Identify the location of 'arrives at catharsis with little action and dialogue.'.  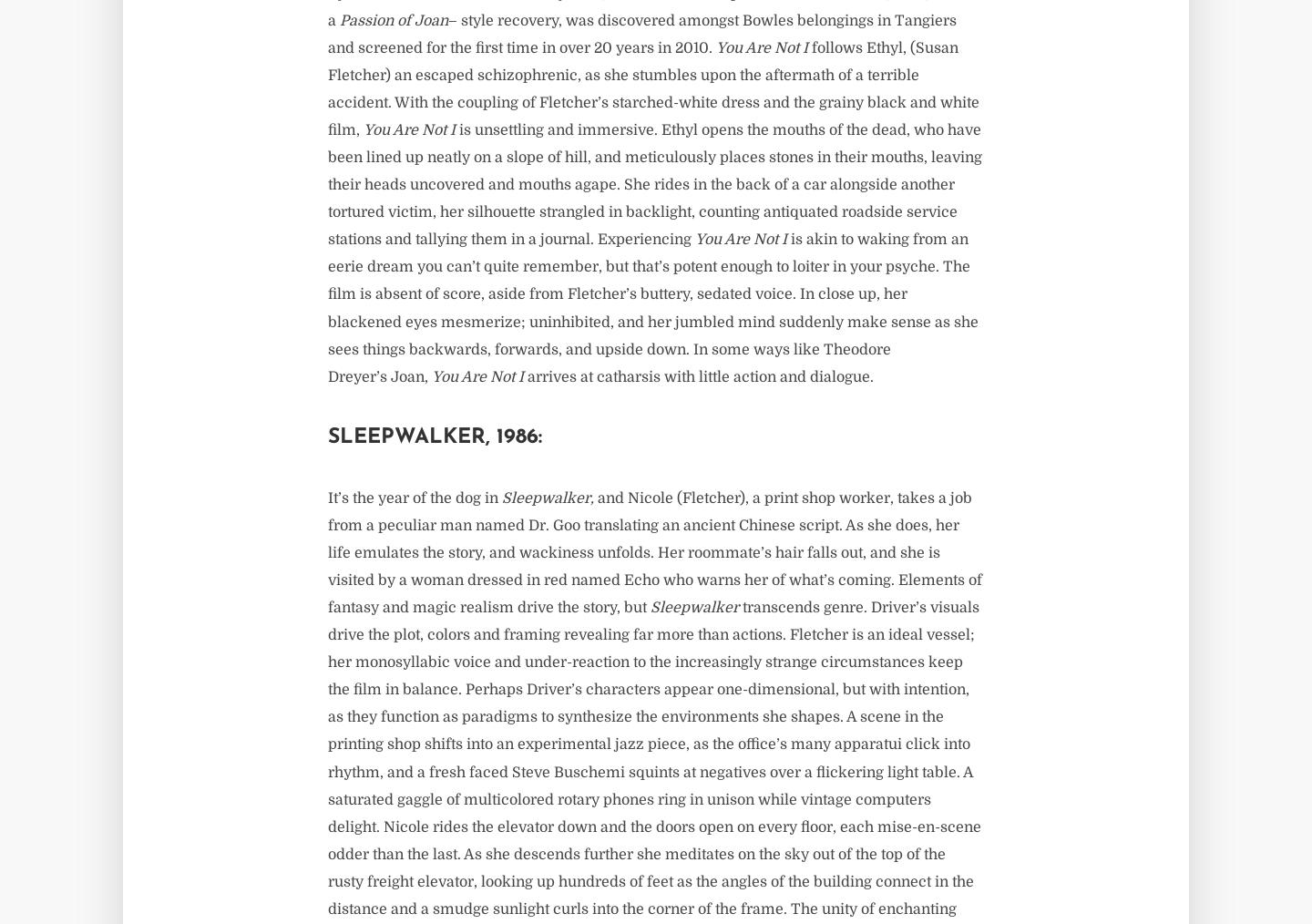
(523, 375).